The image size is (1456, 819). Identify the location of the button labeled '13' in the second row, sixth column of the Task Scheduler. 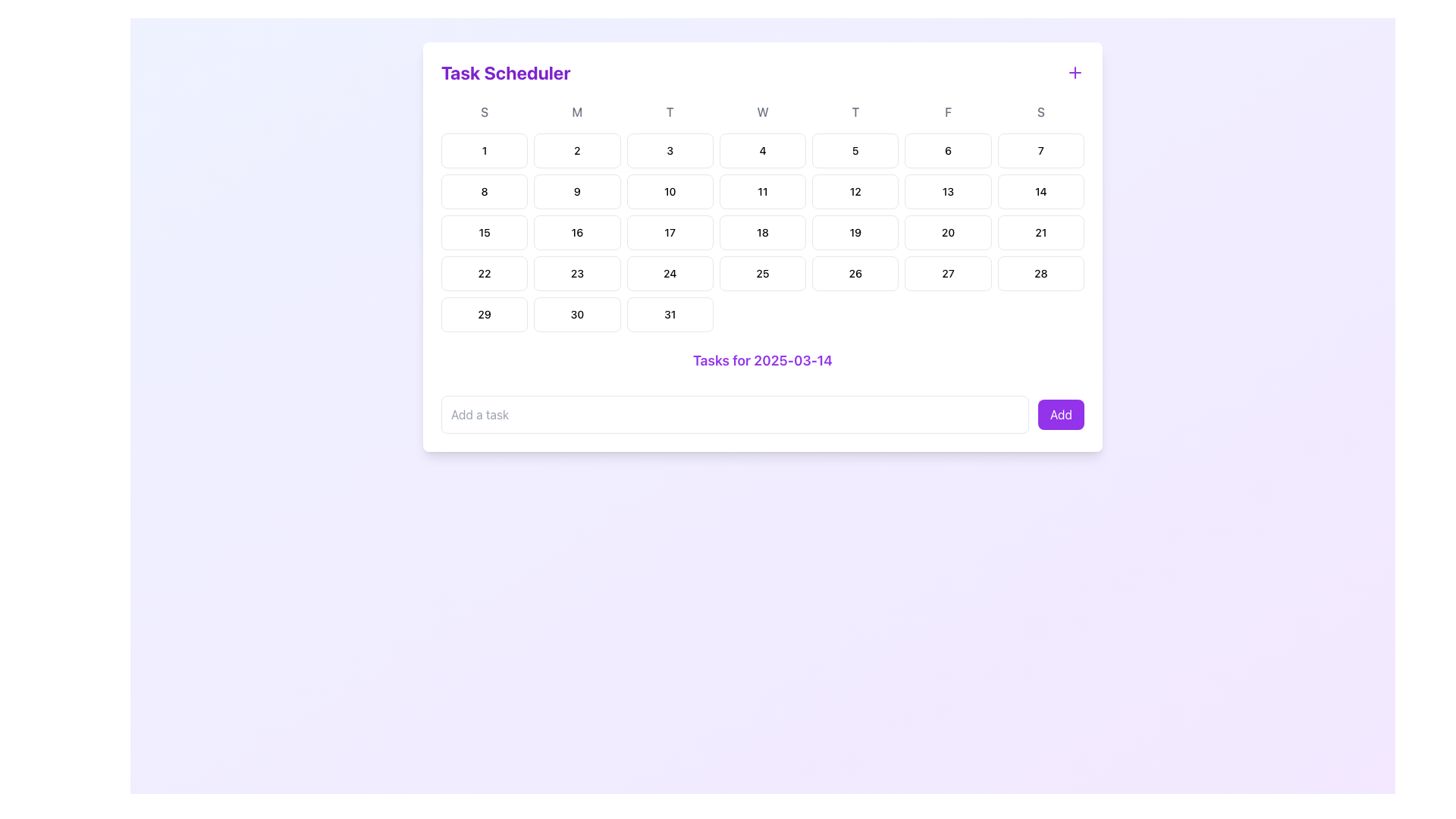
(947, 191).